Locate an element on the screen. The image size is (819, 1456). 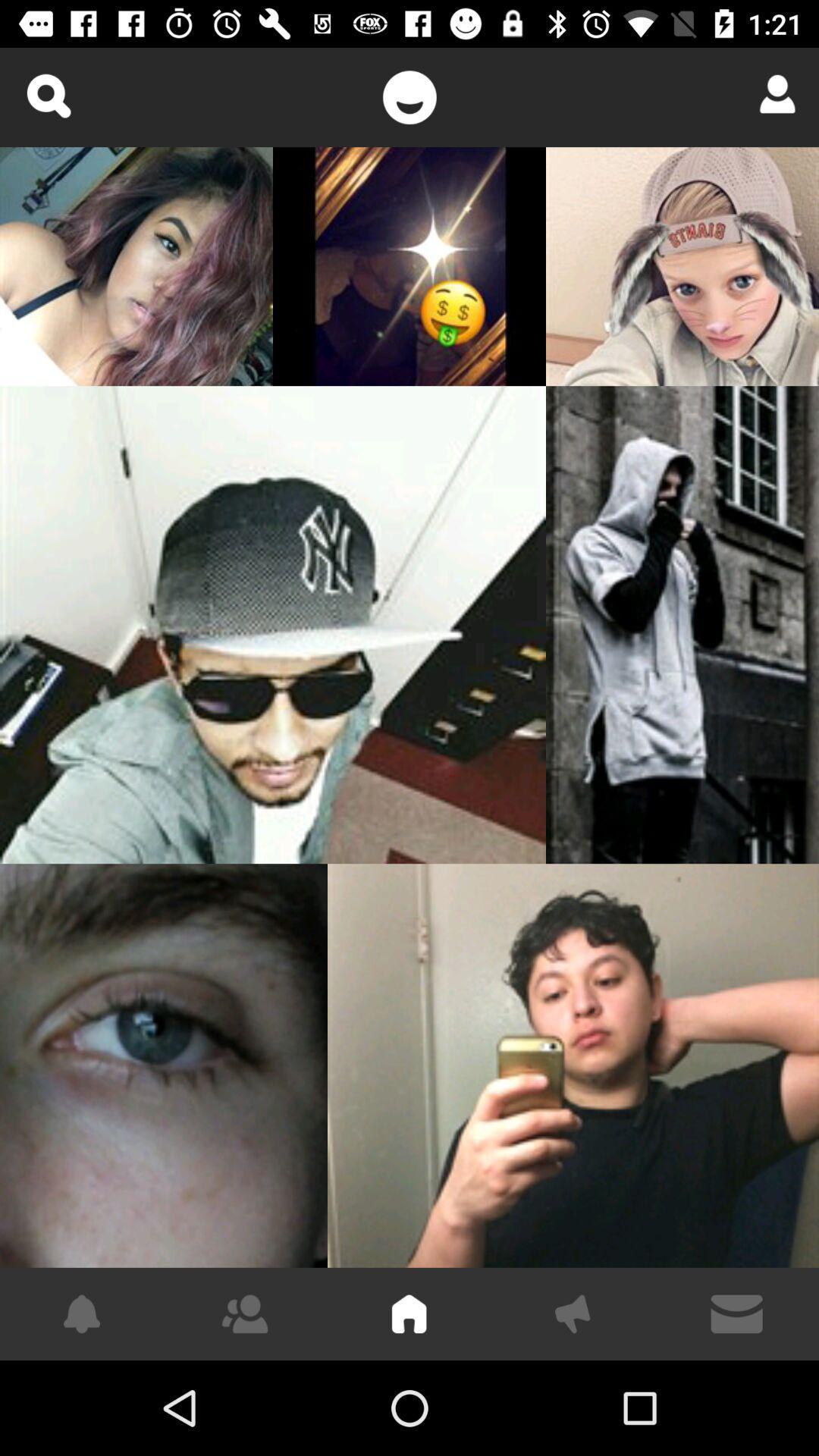
icon on the right is located at coordinates (681, 625).